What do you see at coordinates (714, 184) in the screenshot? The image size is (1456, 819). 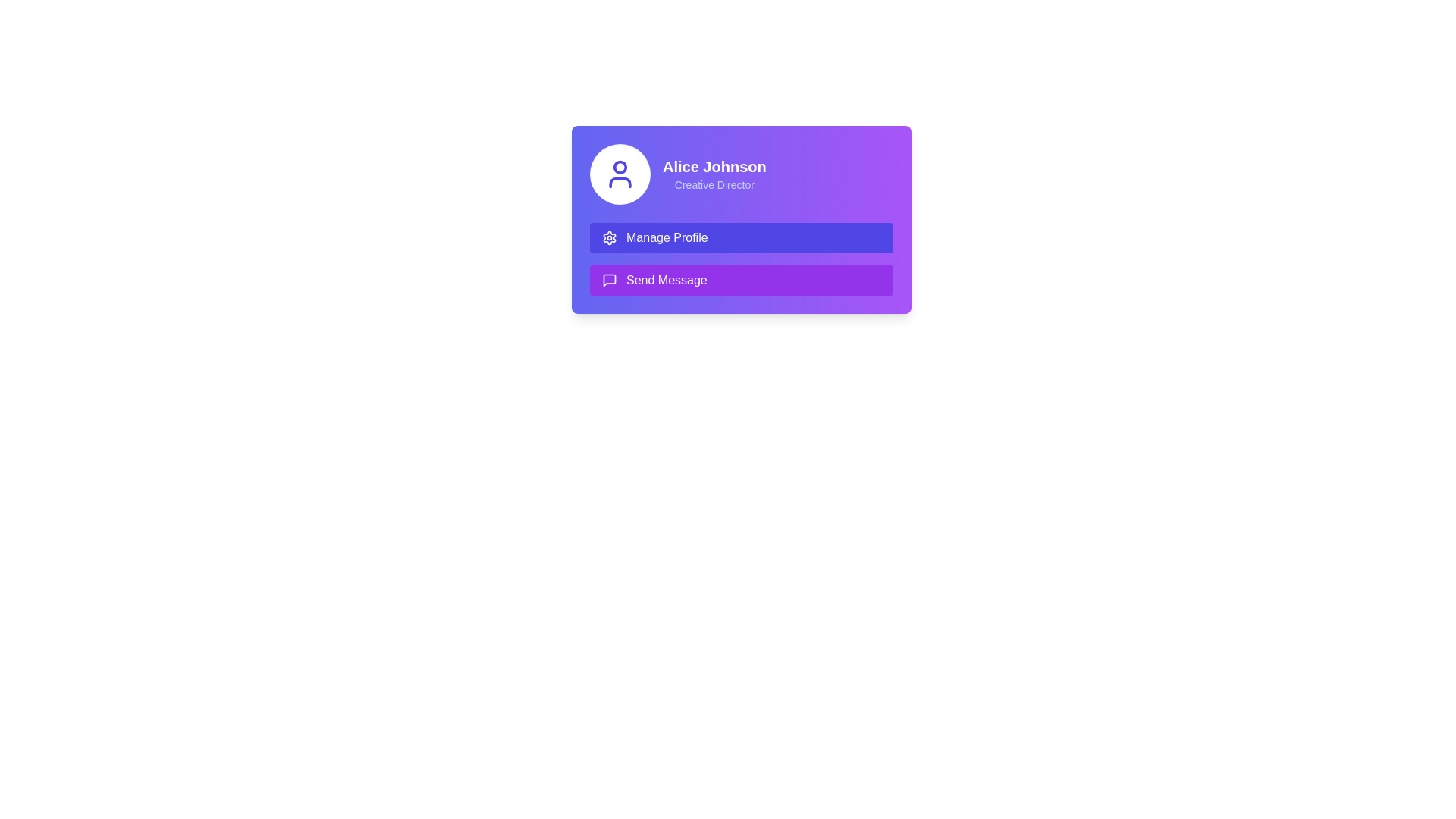 I see `the Text Label that designates the role of the user, located beneath 'Alice Johnson'` at bounding box center [714, 184].